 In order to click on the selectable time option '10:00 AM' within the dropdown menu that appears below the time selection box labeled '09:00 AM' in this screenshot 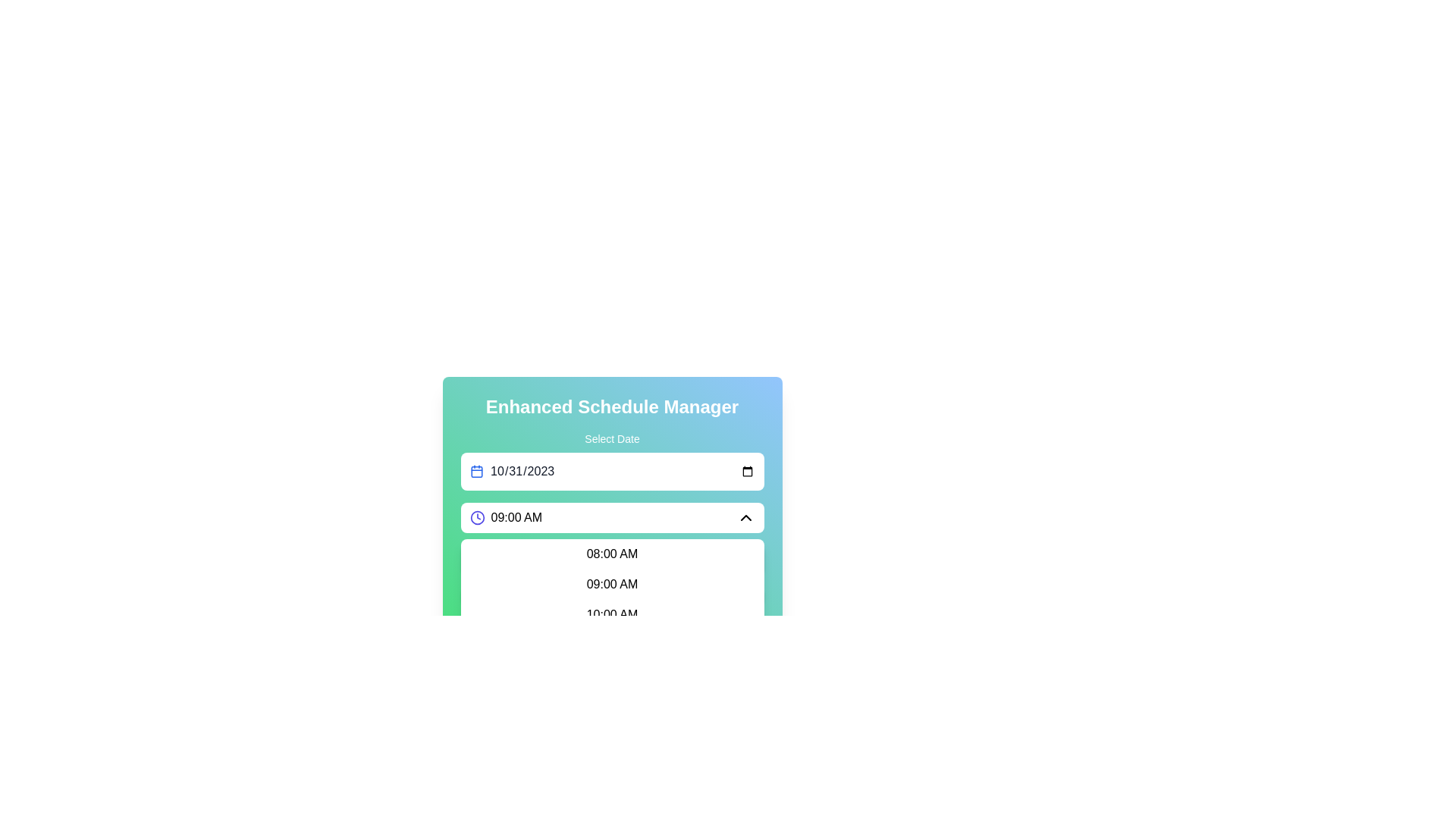, I will do `click(612, 614)`.